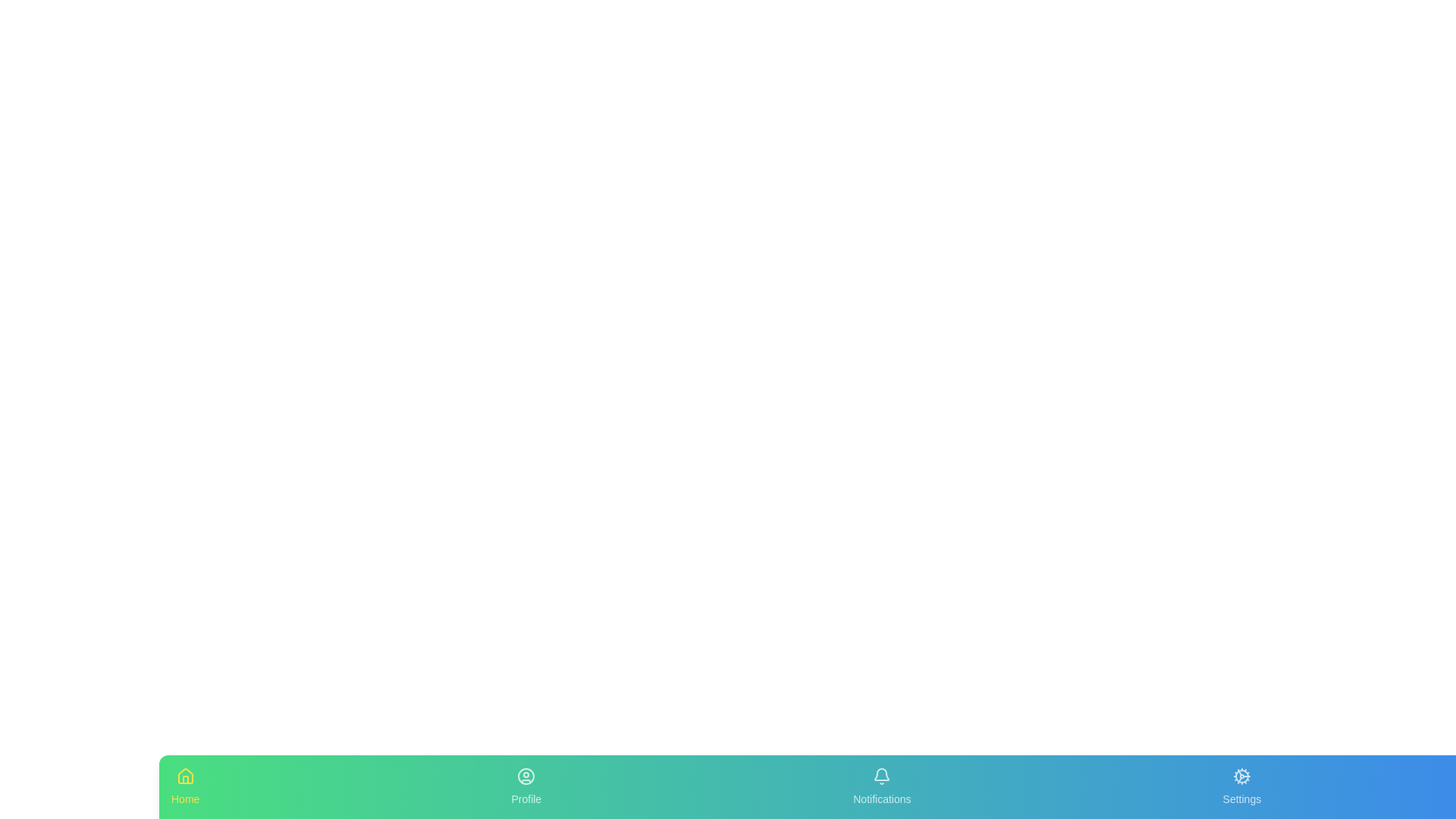 Image resolution: width=1456 pixels, height=819 pixels. What do you see at coordinates (526, 786) in the screenshot?
I see `the tab labeled Profile in the bottom navigation` at bounding box center [526, 786].